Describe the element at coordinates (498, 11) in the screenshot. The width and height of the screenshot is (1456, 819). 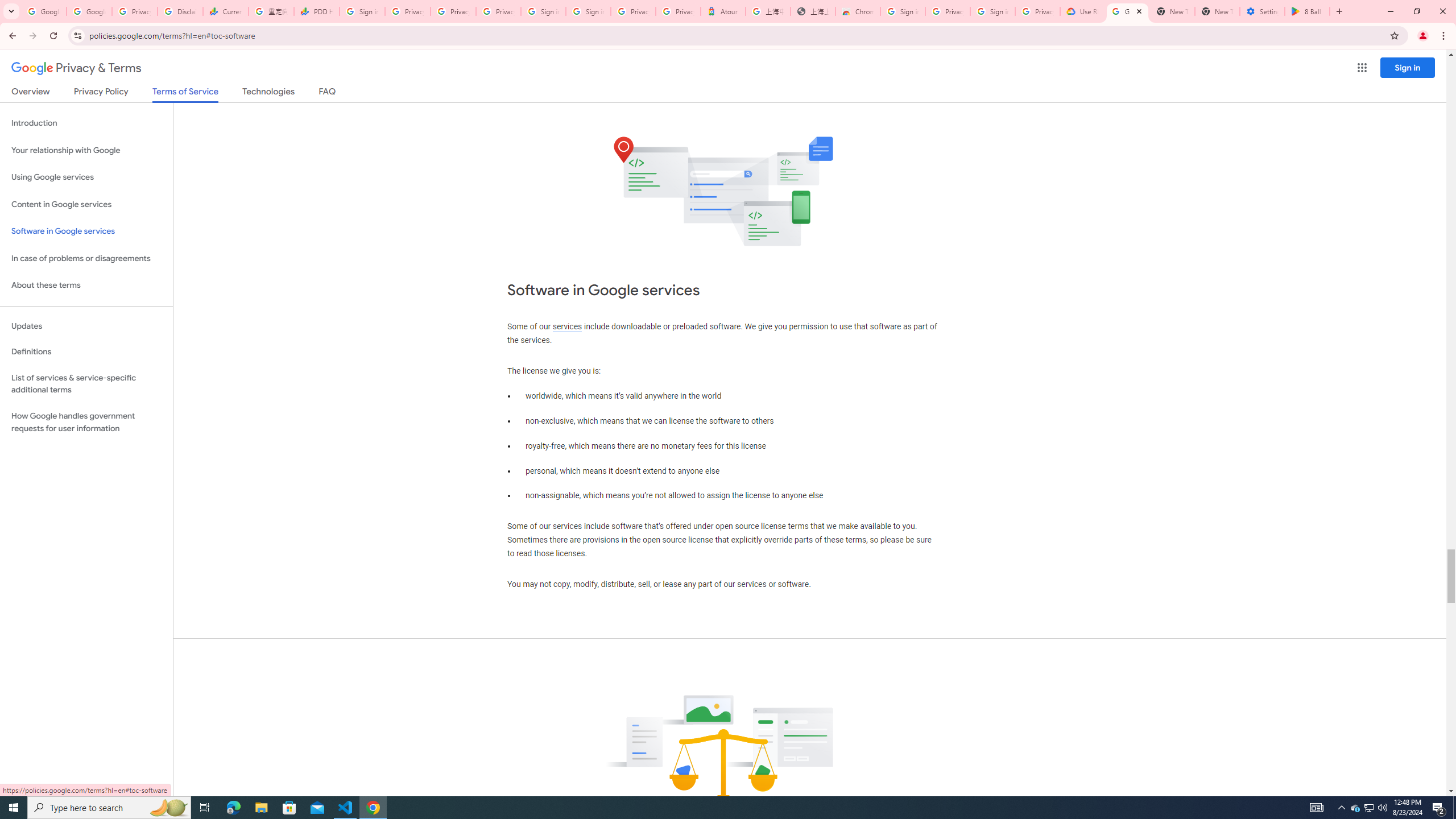
I see `'Privacy Checkup'` at that location.